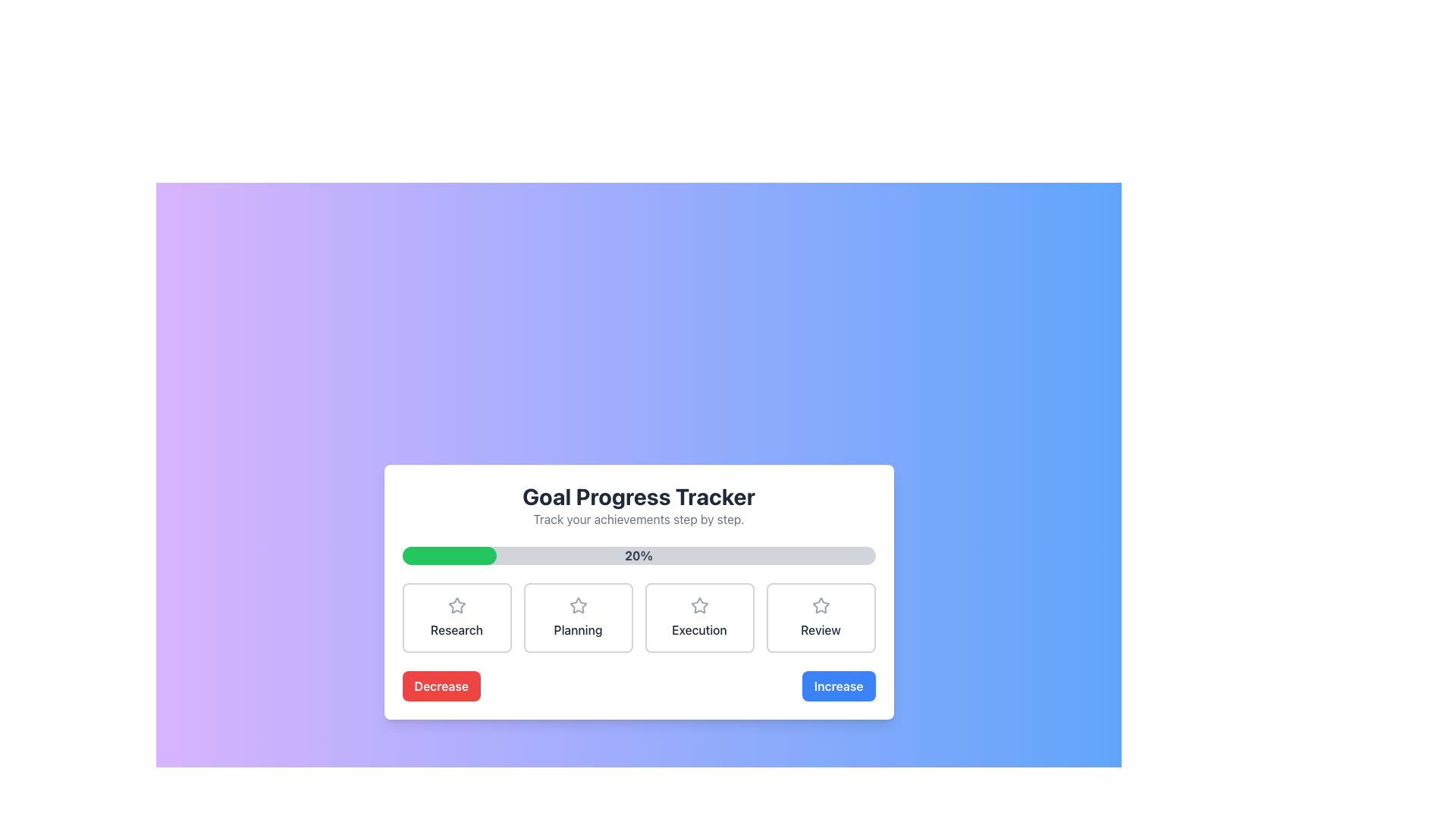 The image size is (1456, 819). Describe the element at coordinates (639, 519) in the screenshot. I see `the text label displaying 'Track your achievements step by step.' located below the title 'Goal Progress Tracker'` at that location.